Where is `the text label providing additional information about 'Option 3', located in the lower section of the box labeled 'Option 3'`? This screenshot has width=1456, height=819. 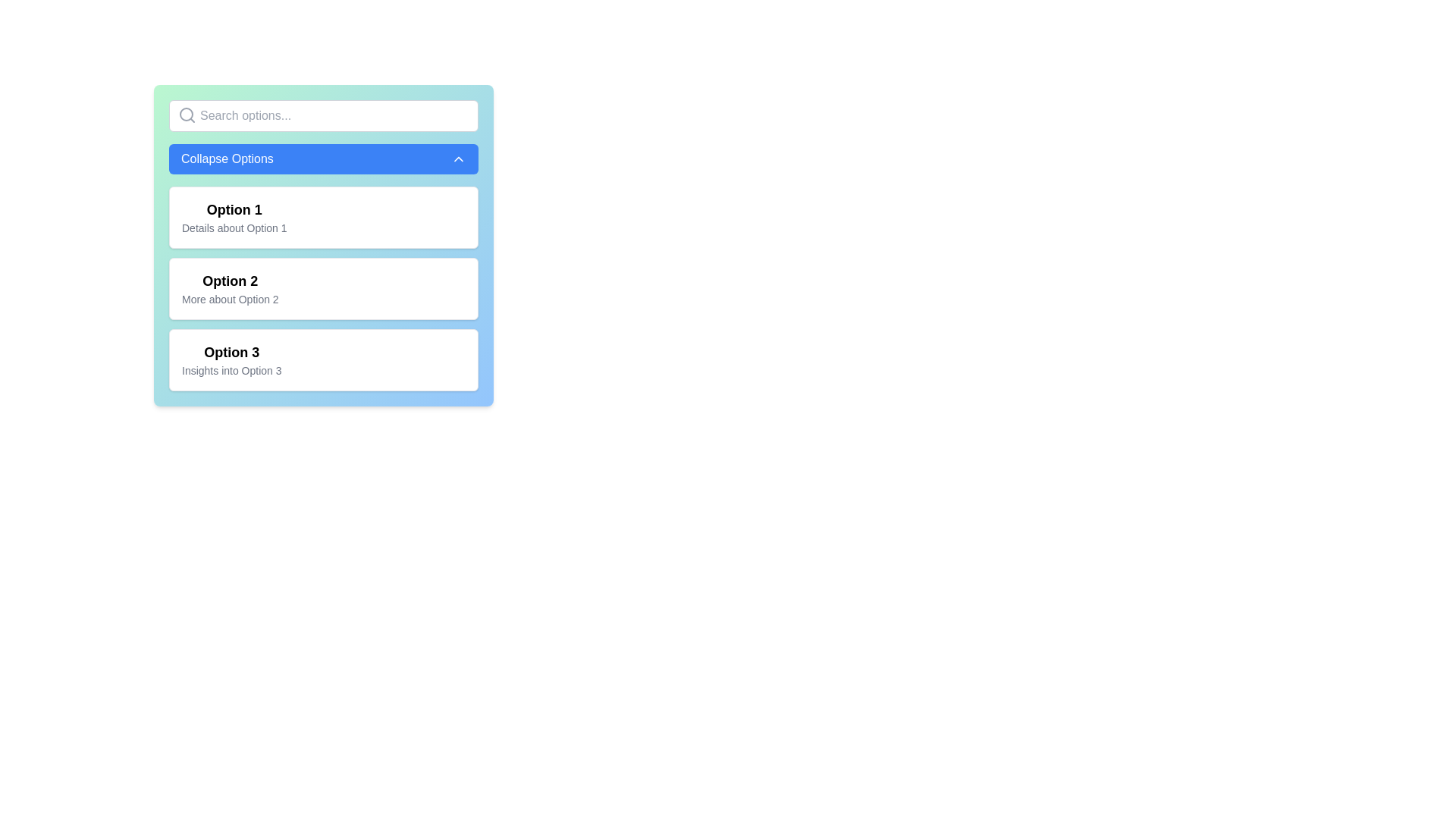 the text label providing additional information about 'Option 3', located in the lower section of the box labeled 'Option 3' is located at coordinates (231, 371).